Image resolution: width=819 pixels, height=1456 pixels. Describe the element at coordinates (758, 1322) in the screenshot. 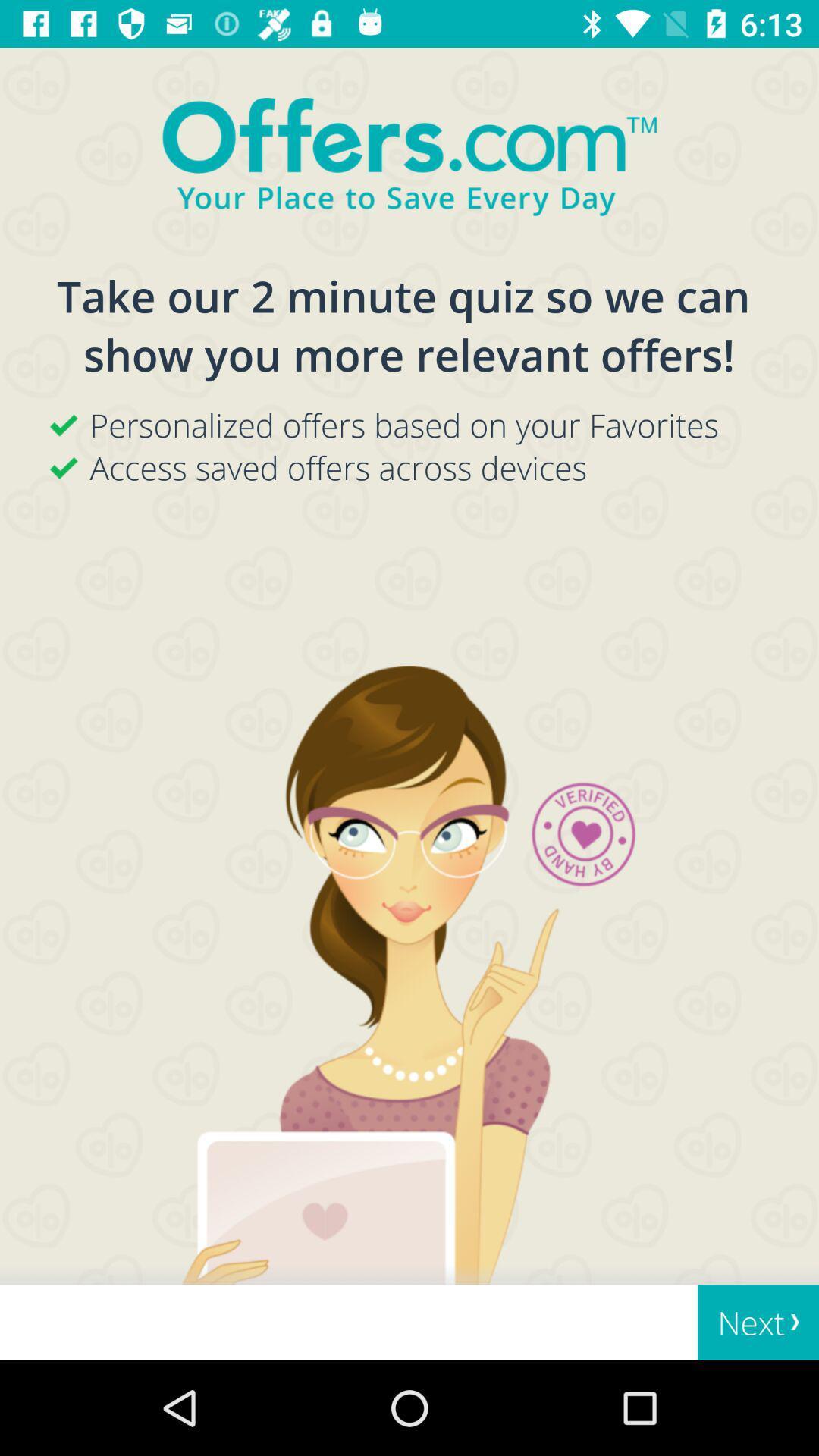

I see `next item` at that location.